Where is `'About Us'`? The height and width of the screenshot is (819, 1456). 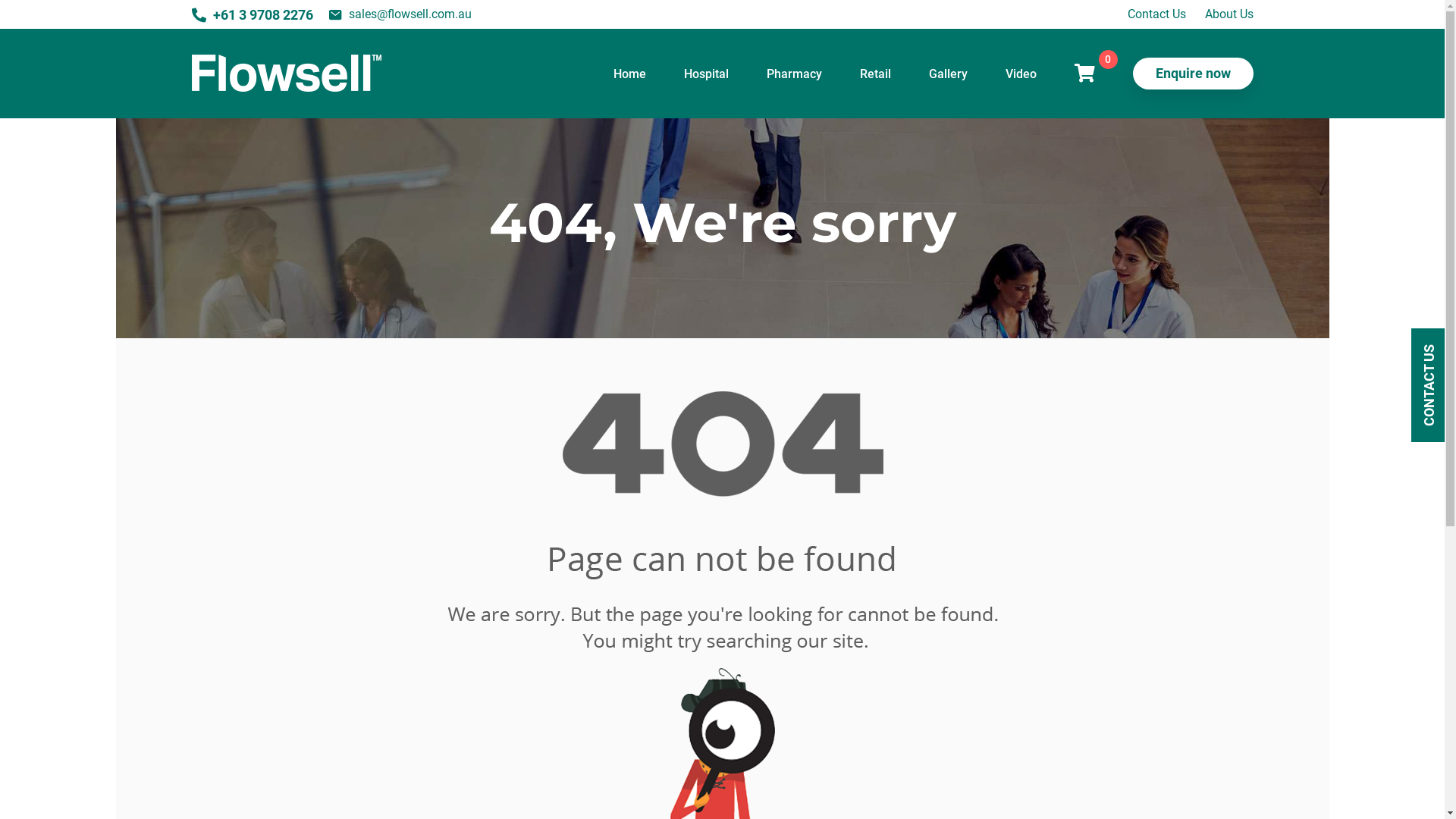
'About Us' is located at coordinates (1228, 14).